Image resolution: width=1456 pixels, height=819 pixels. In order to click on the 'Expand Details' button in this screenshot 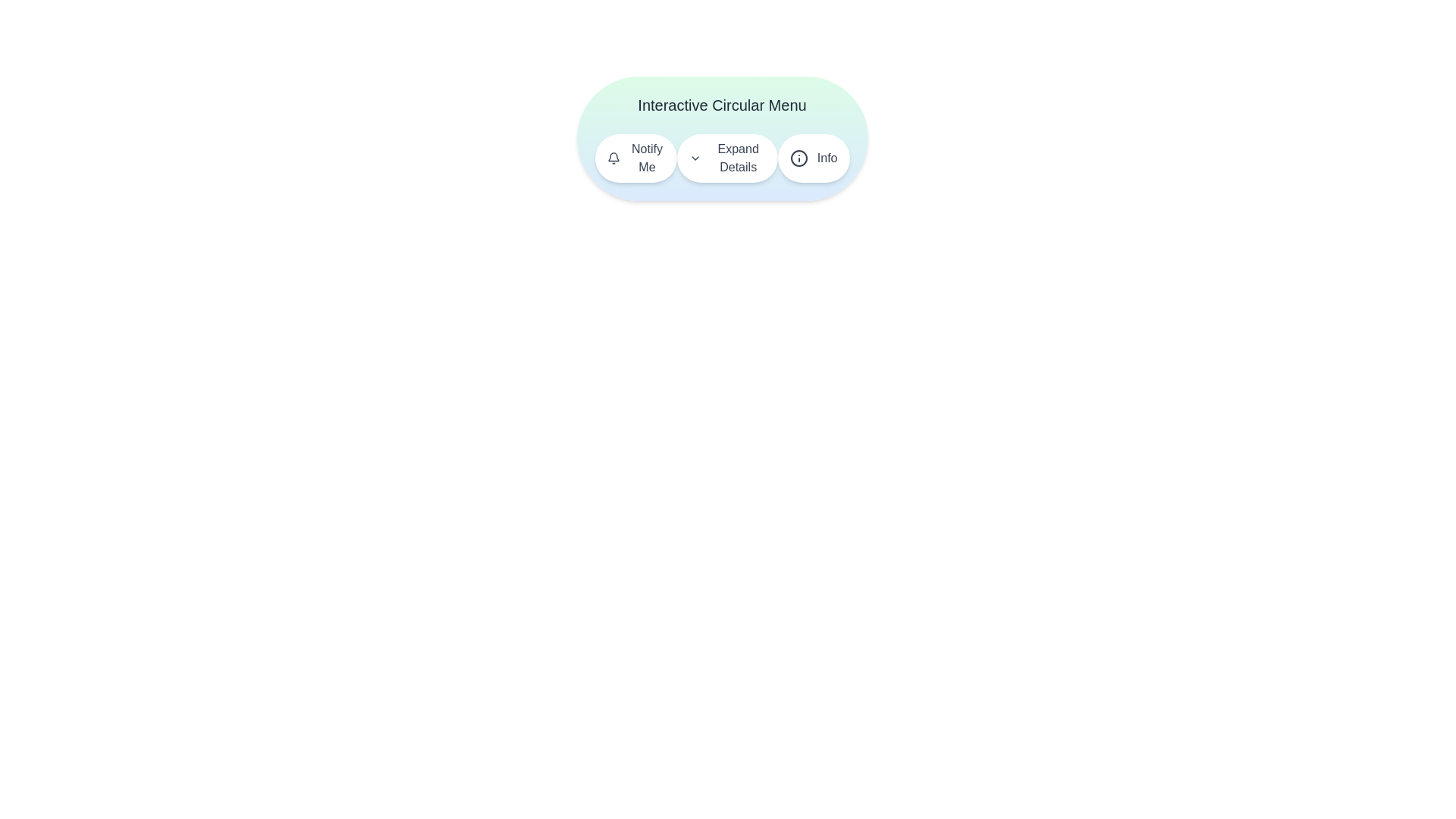, I will do `click(726, 158)`.